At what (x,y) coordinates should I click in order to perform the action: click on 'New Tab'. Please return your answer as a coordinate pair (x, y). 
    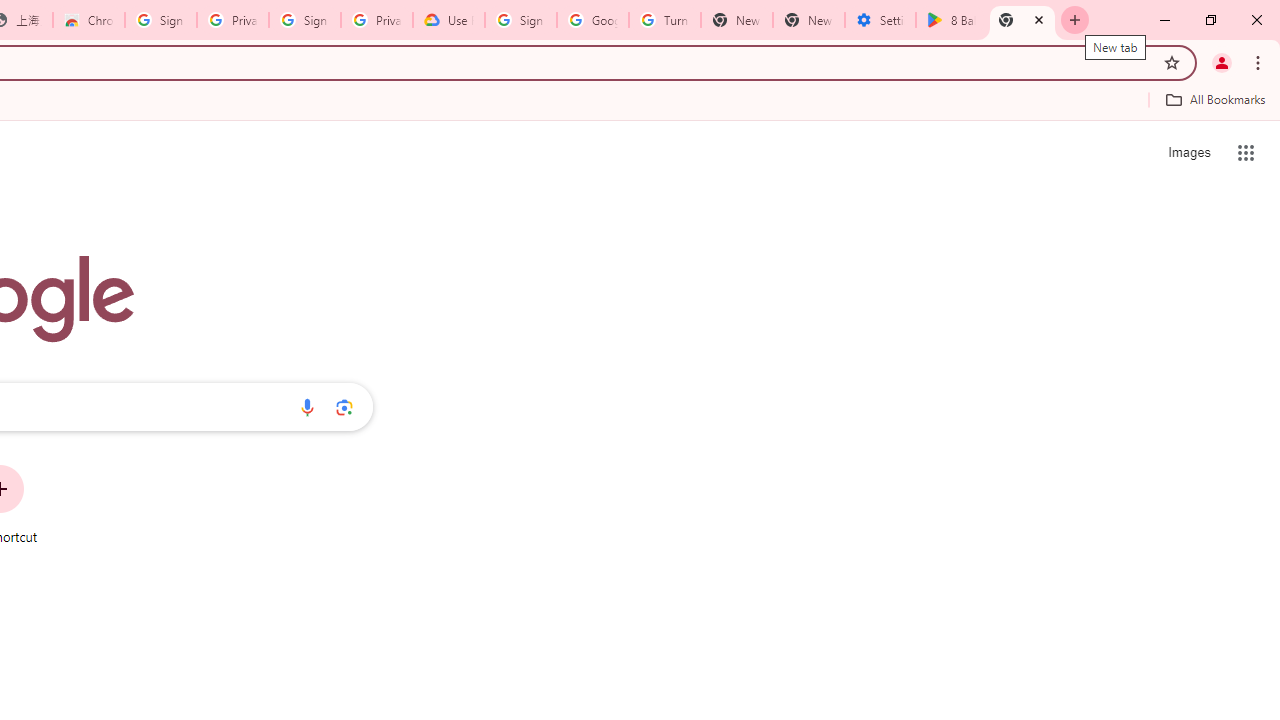
    Looking at the image, I should click on (1022, 20).